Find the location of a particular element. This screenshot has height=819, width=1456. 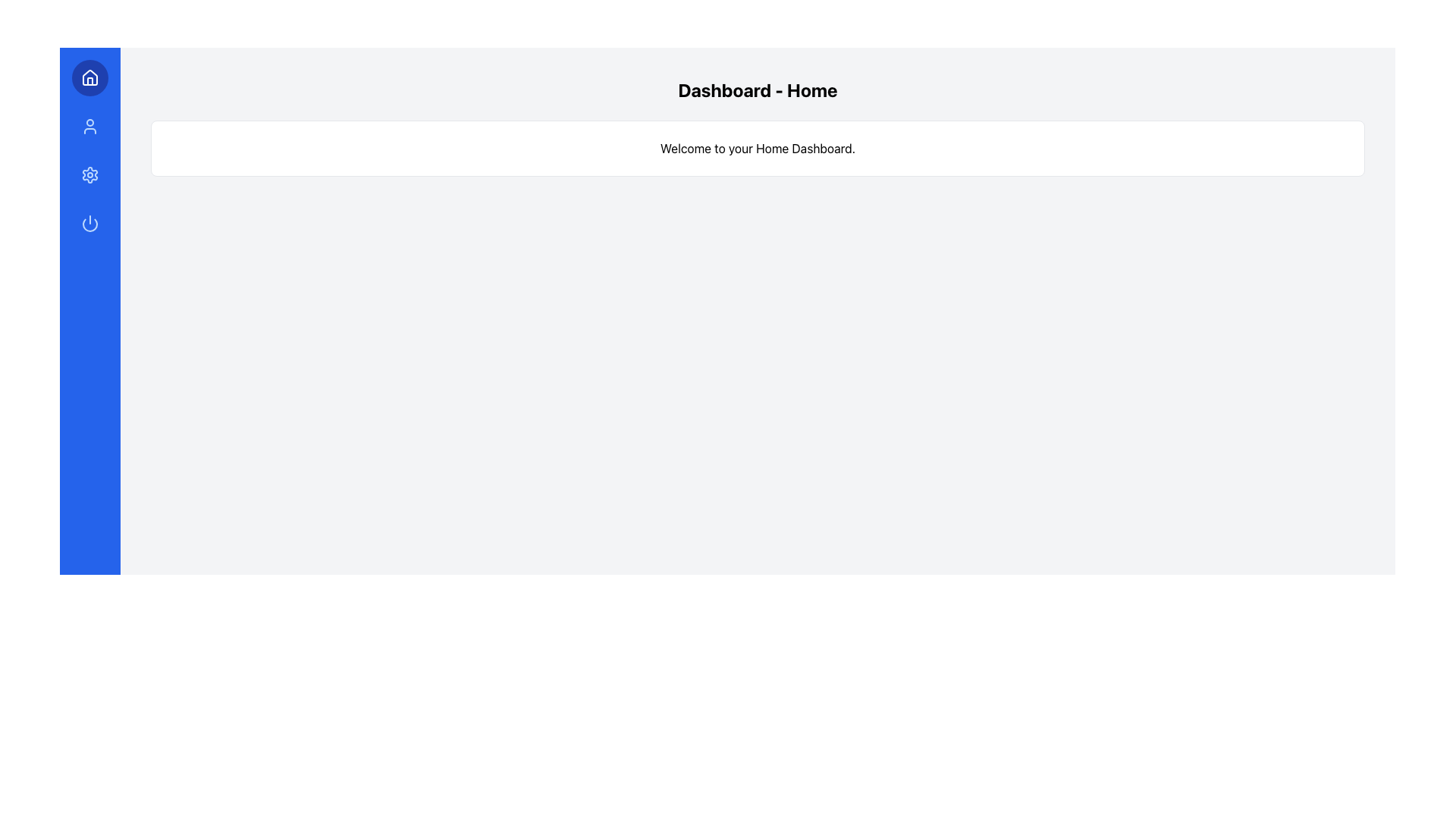

the light blue person icon in the second slot of the vertical sidebar is located at coordinates (89, 125).